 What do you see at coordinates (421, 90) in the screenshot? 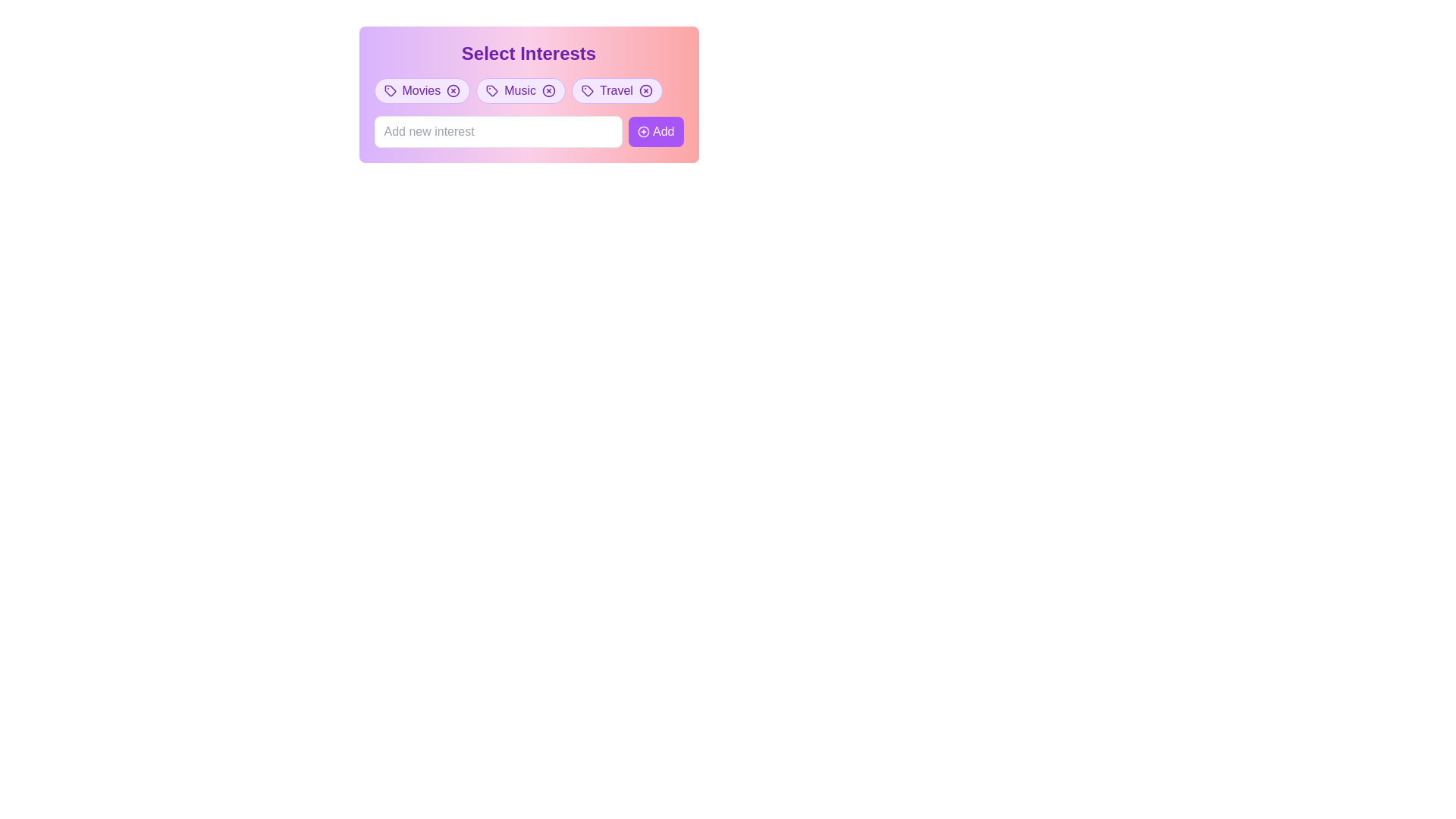
I see `the 'Movies' interest category label located in the first slot of the selectable interests row, under the 'Select Interests' heading` at bounding box center [421, 90].